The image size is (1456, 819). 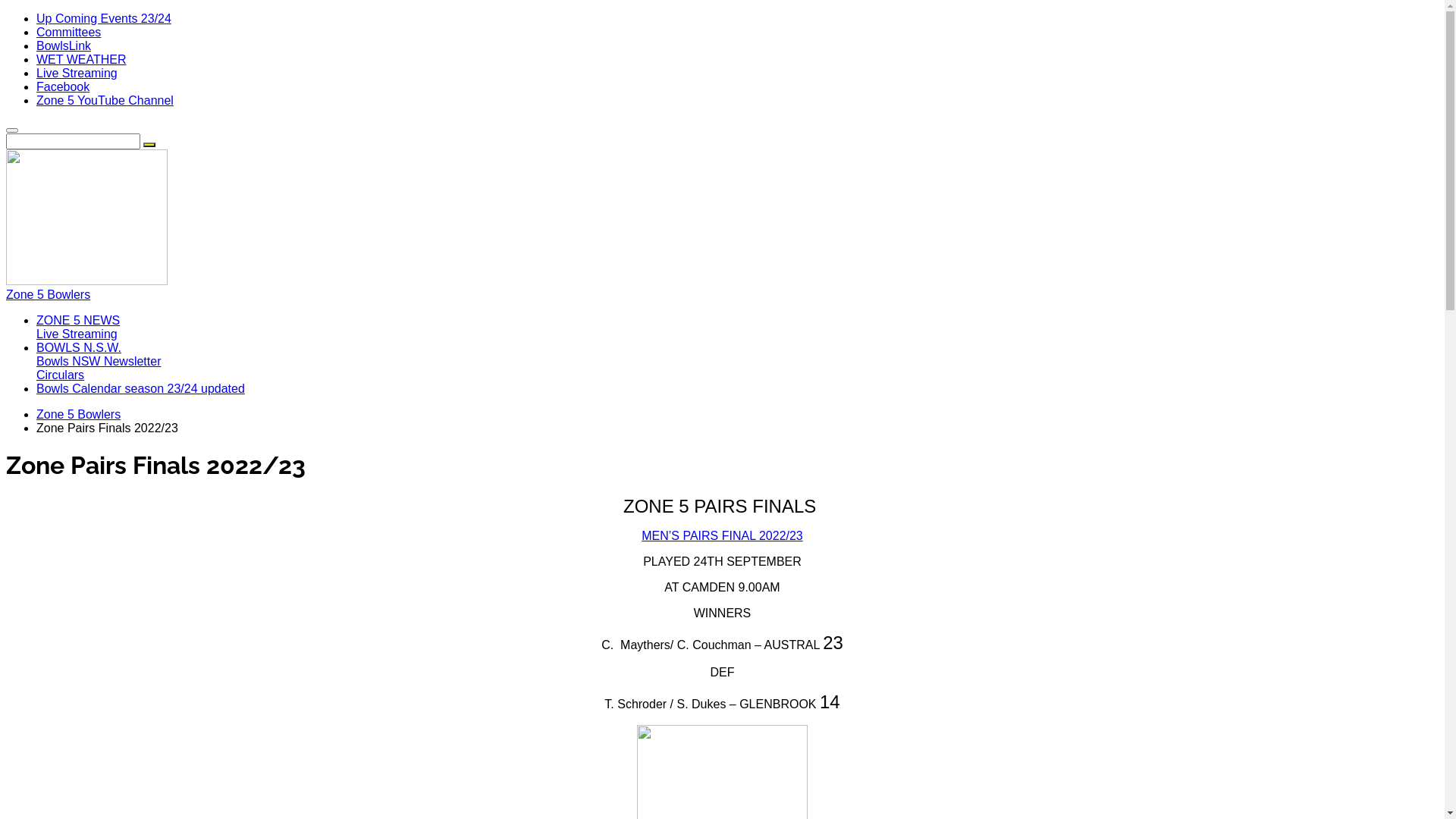 I want to click on 'Circulars', so click(x=60, y=375).